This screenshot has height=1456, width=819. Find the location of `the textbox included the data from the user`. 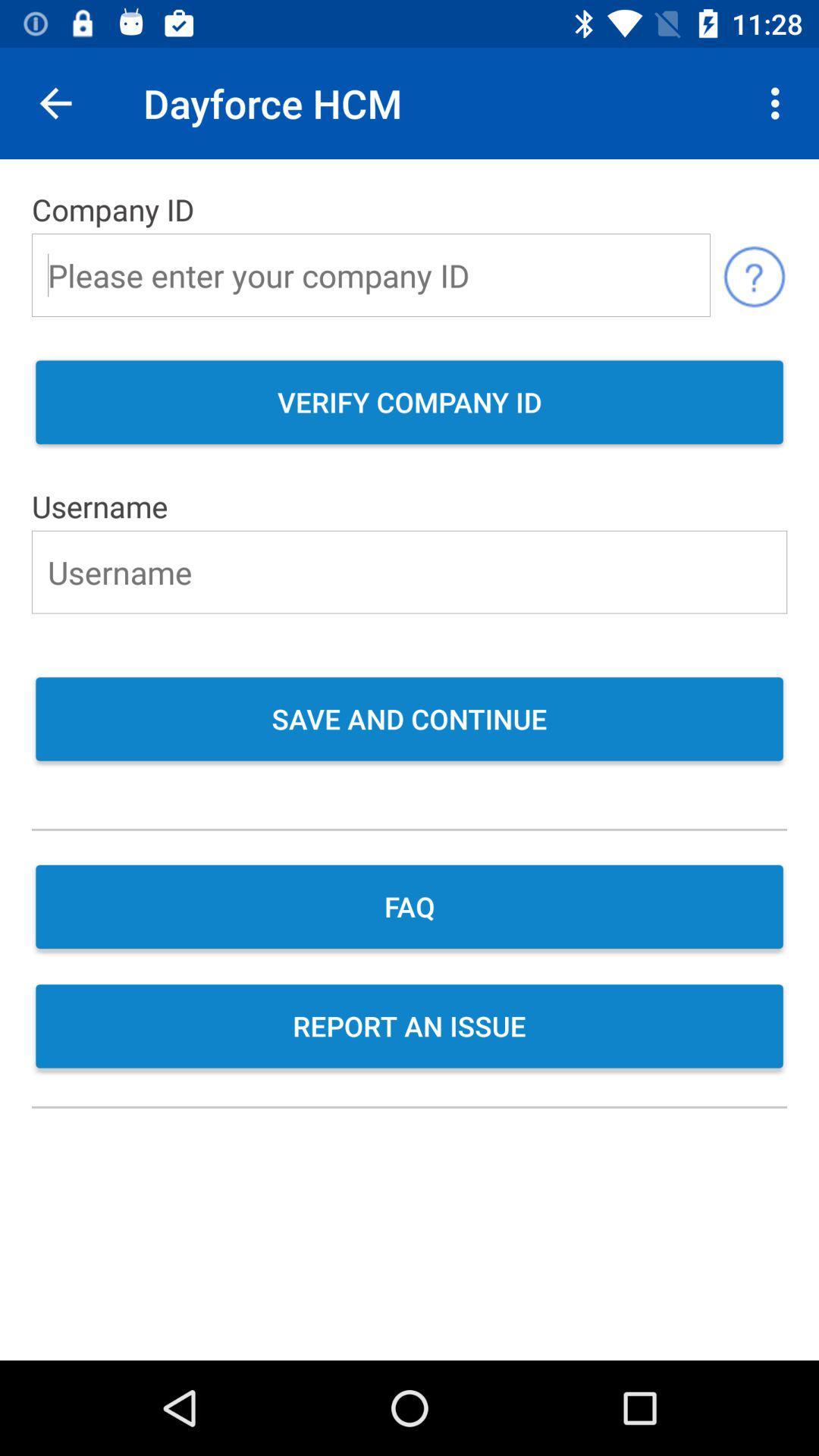

the textbox included the data from the user is located at coordinates (409, 571).